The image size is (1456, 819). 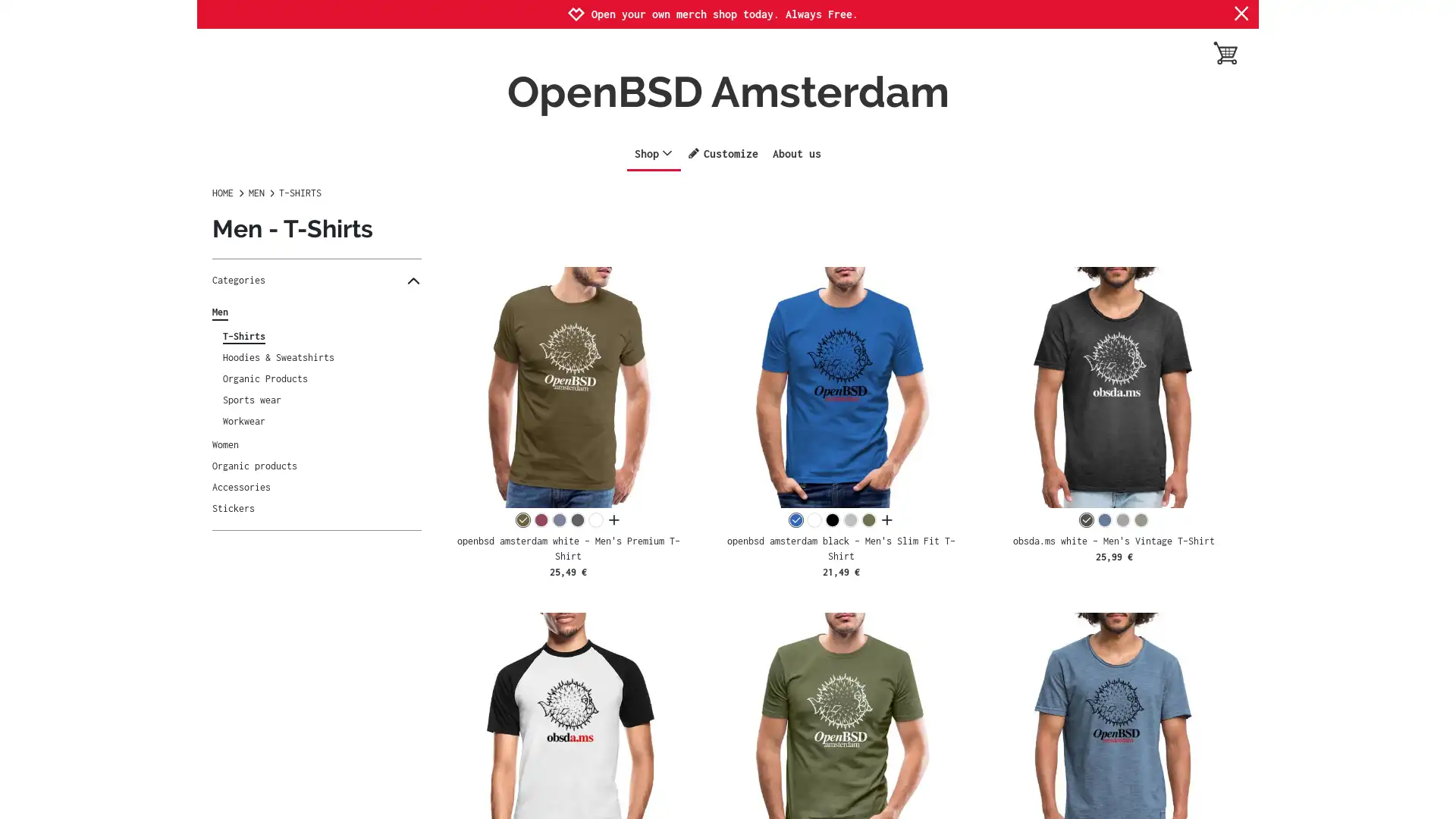 I want to click on heather blue, so click(x=558, y=519).